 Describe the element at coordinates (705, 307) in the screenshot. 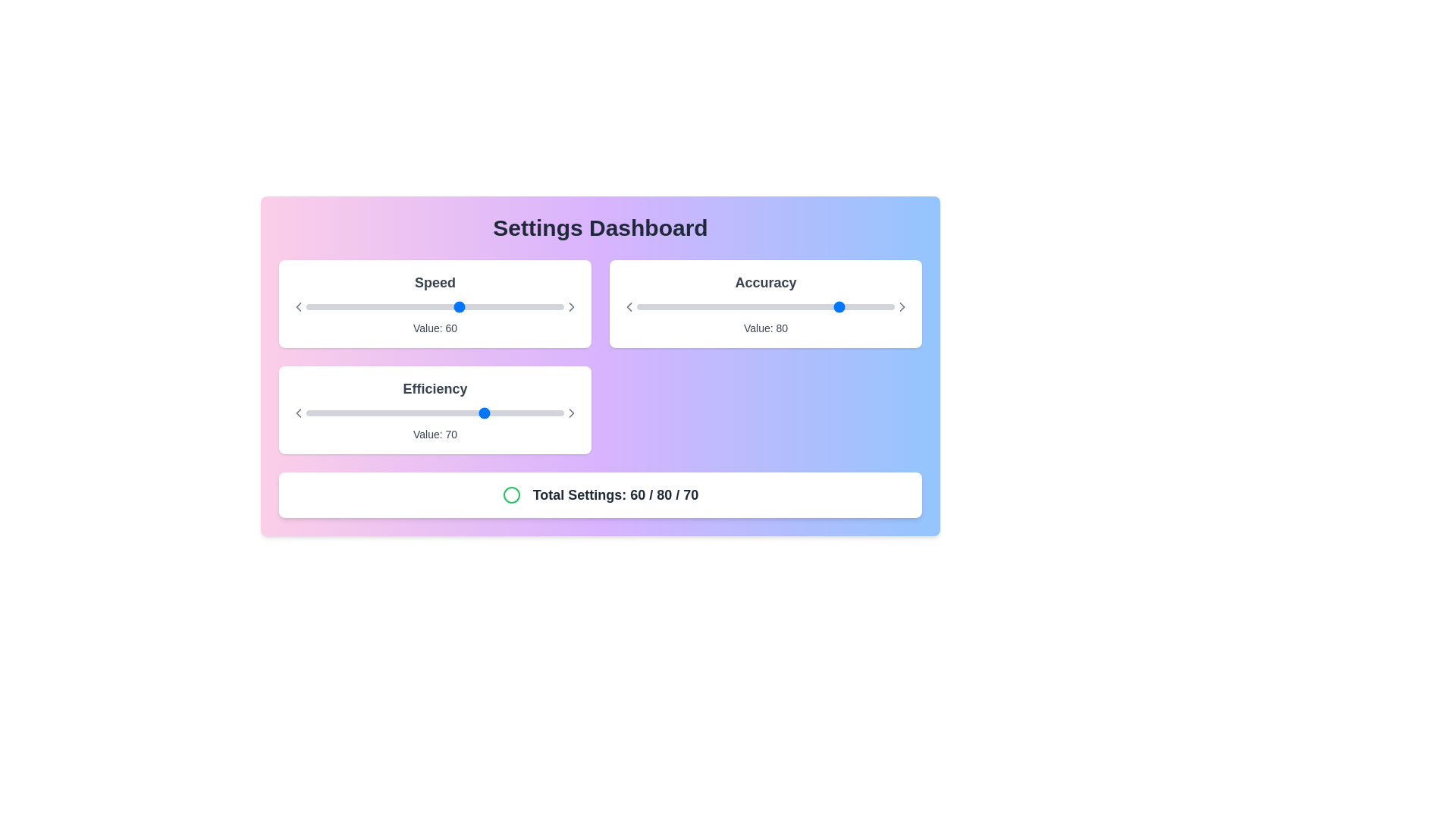

I see `the accuracy slider` at that location.